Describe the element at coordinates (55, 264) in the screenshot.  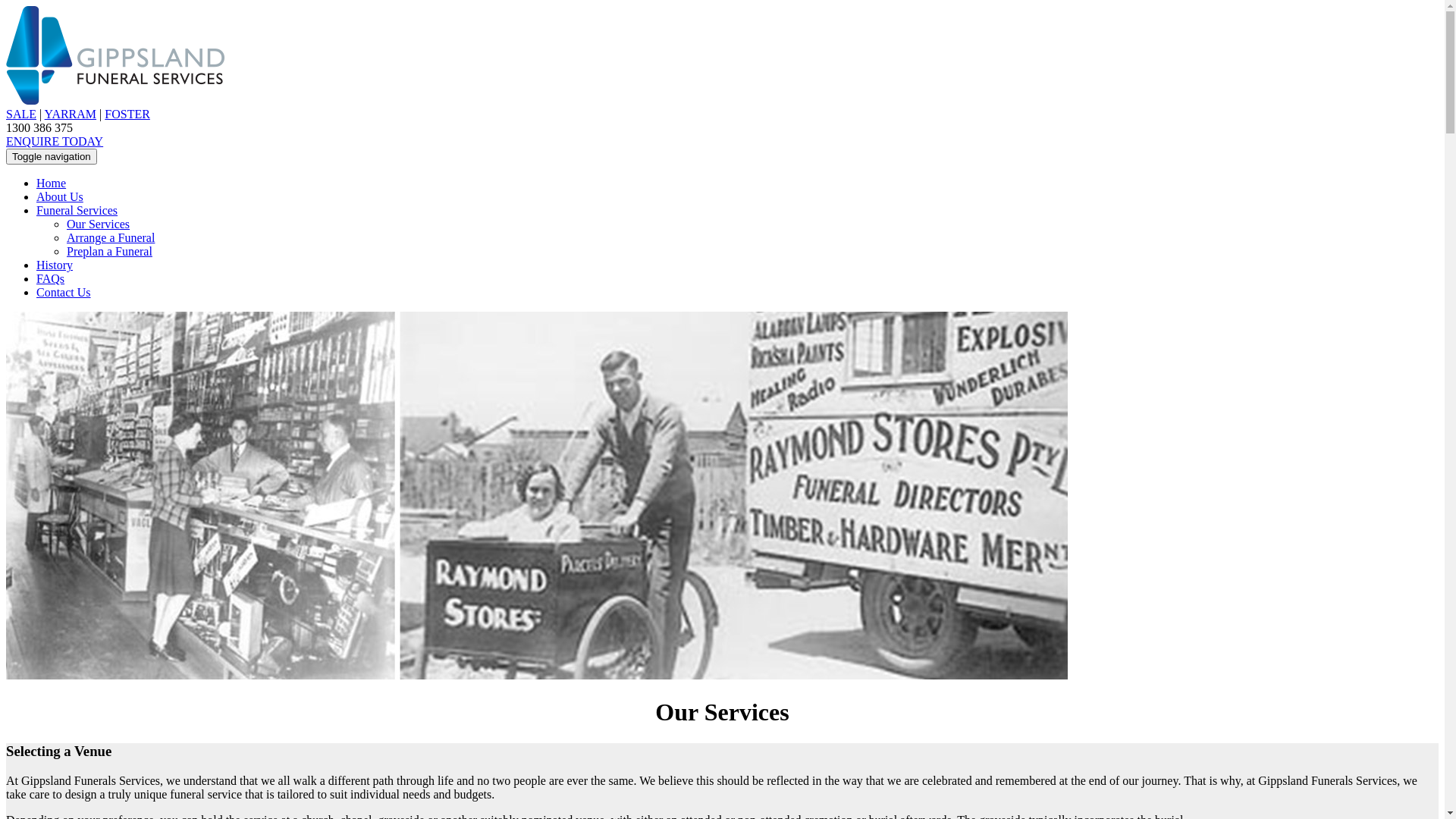
I see `'History'` at that location.